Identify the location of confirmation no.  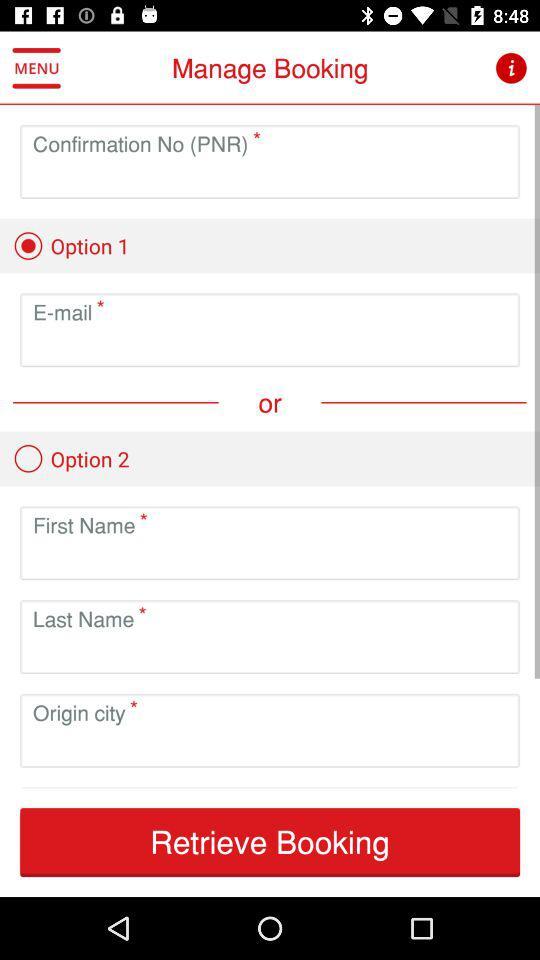
(270, 176).